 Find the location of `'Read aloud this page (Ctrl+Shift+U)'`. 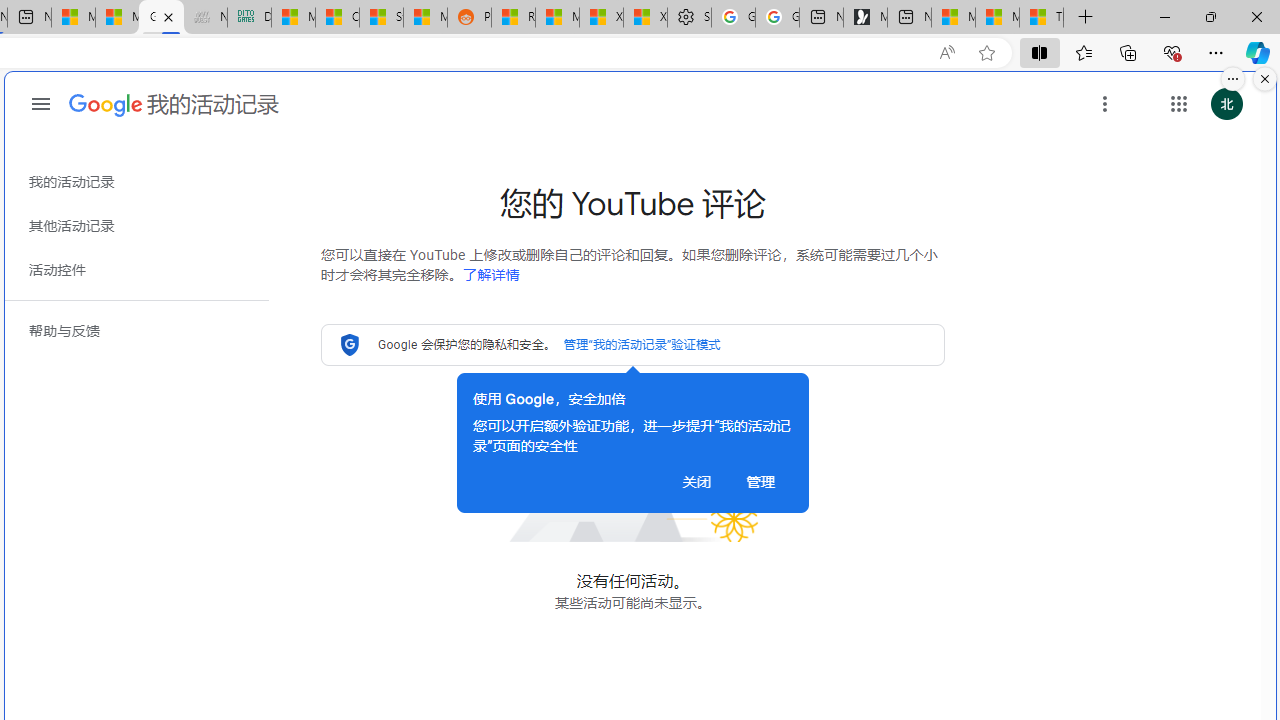

'Read aloud this page (Ctrl+Shift+U)' is located at coordinates (945, 52).